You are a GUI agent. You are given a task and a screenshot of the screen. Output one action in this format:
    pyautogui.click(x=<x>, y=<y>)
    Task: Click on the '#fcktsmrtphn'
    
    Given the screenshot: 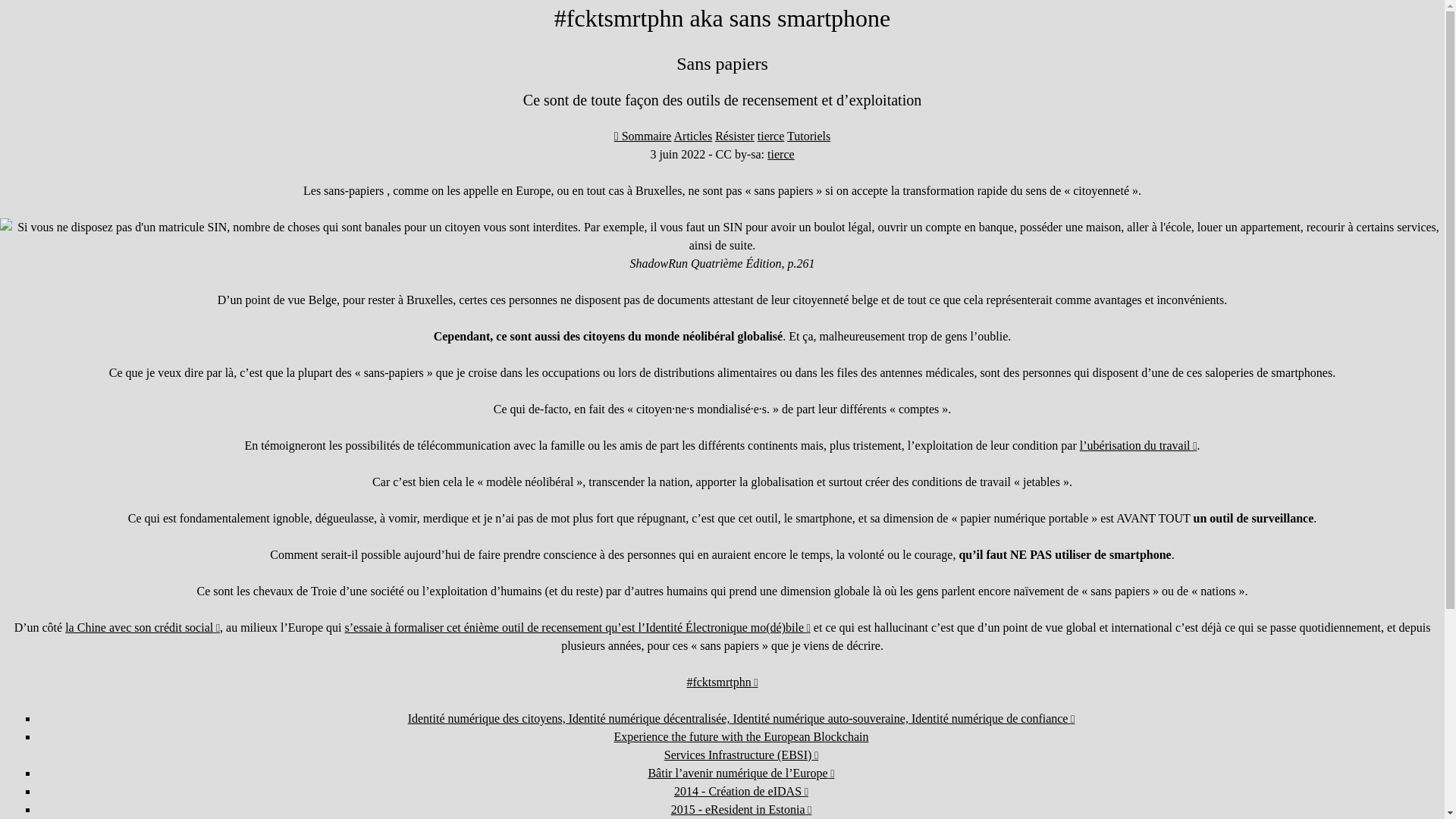 What is the action you would take?
    pyautogui.click(x=686, y=681)
    